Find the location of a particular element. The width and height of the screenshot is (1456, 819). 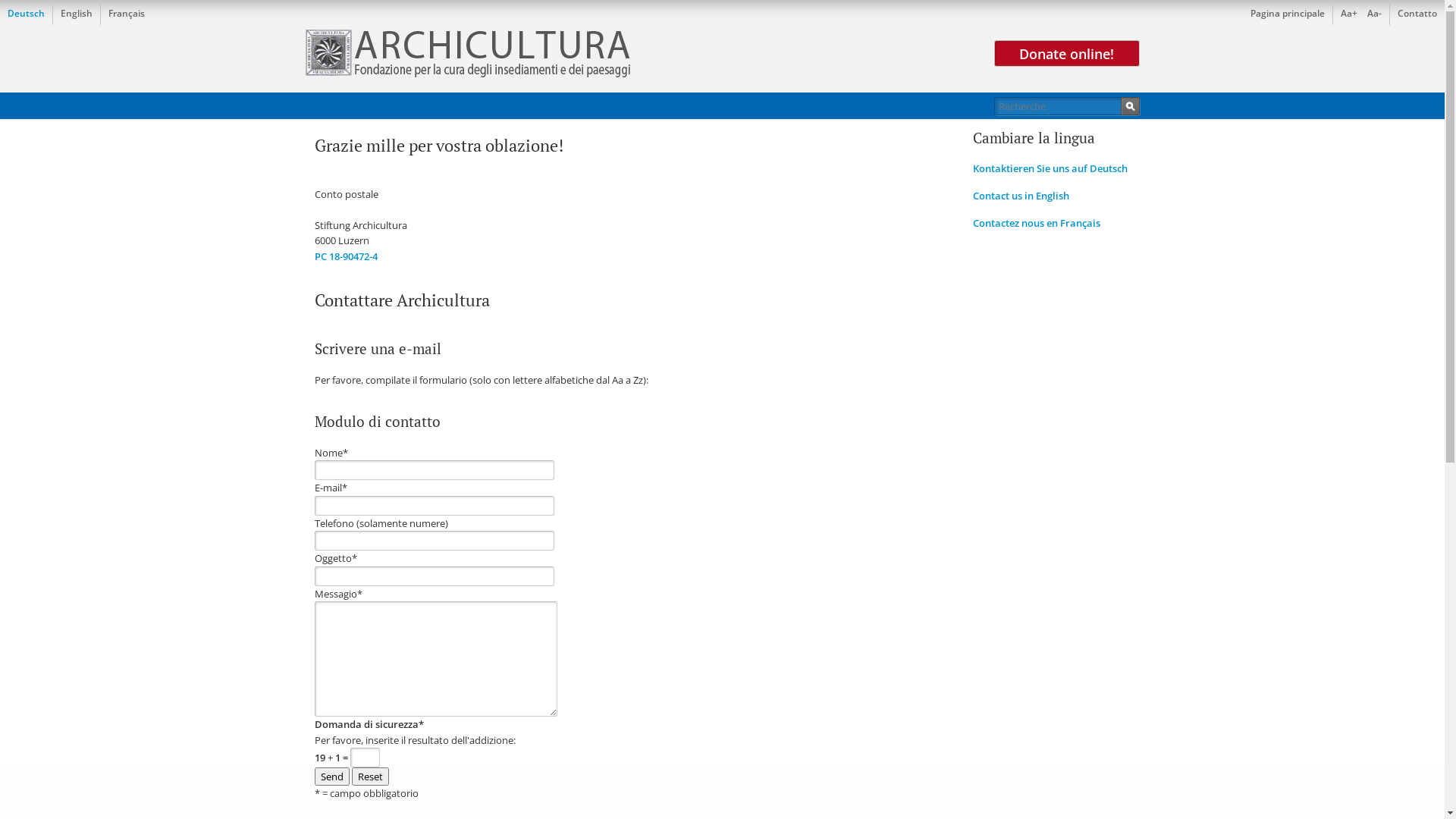

'Deutsch' is located at coordinates (26, 14).